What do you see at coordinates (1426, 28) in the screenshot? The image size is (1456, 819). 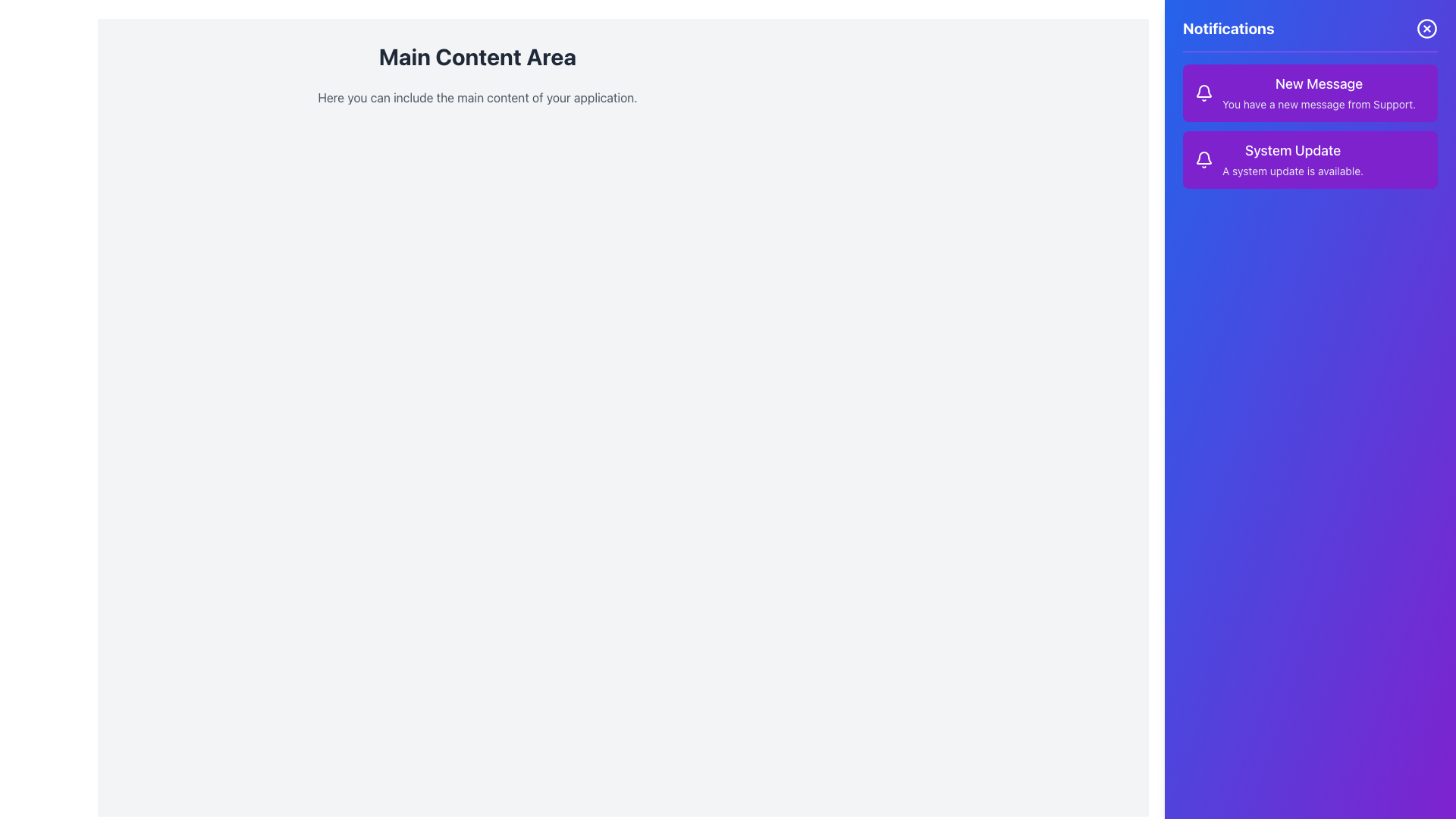 I see `the SVG Circle element located at the top-right corner of the notification sidebar, which serves as a decorative part of the close button for notifications` at bounding box center [1426, 28].